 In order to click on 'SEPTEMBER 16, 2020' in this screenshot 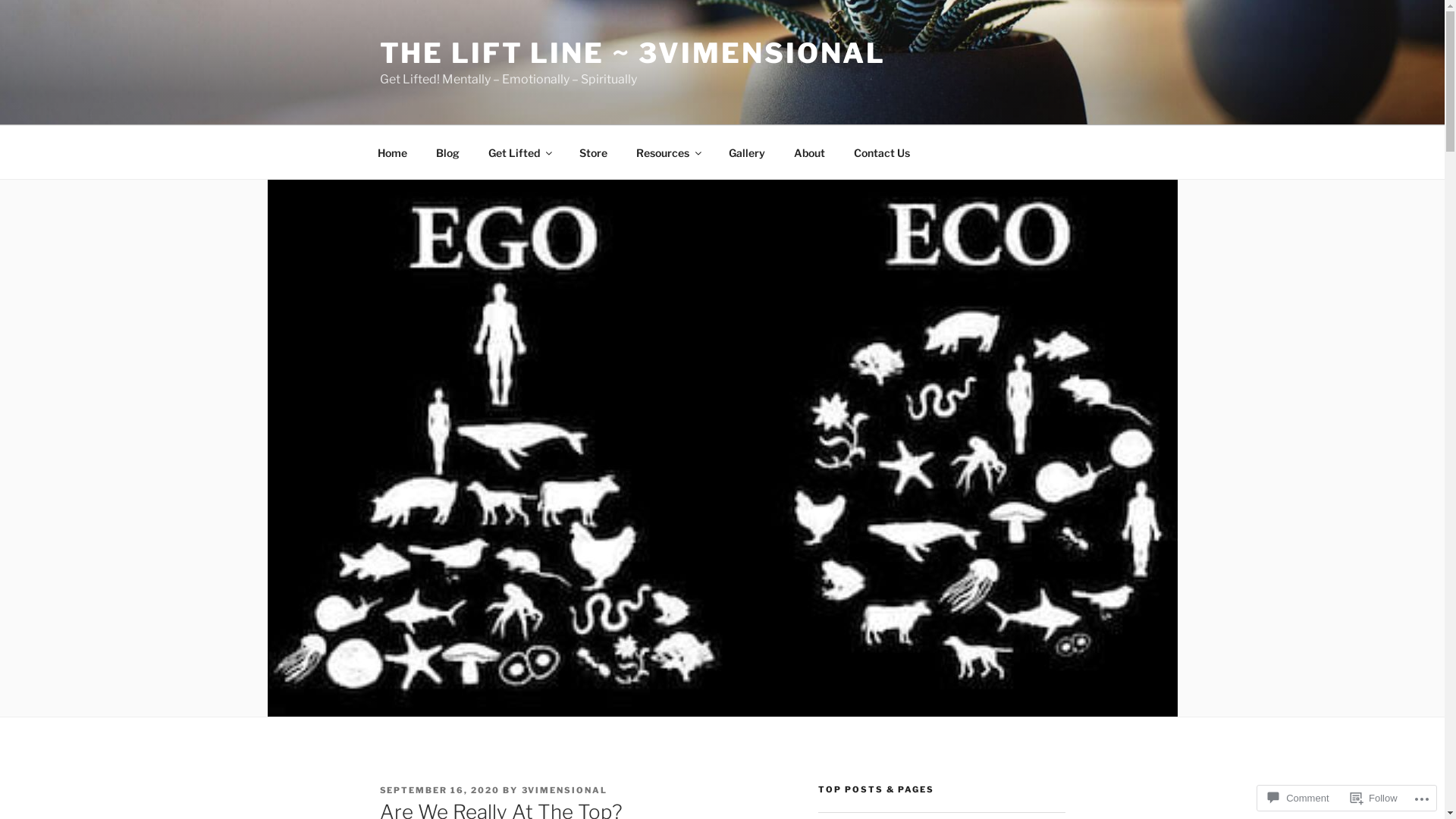, I will do `click(438, 789)`.